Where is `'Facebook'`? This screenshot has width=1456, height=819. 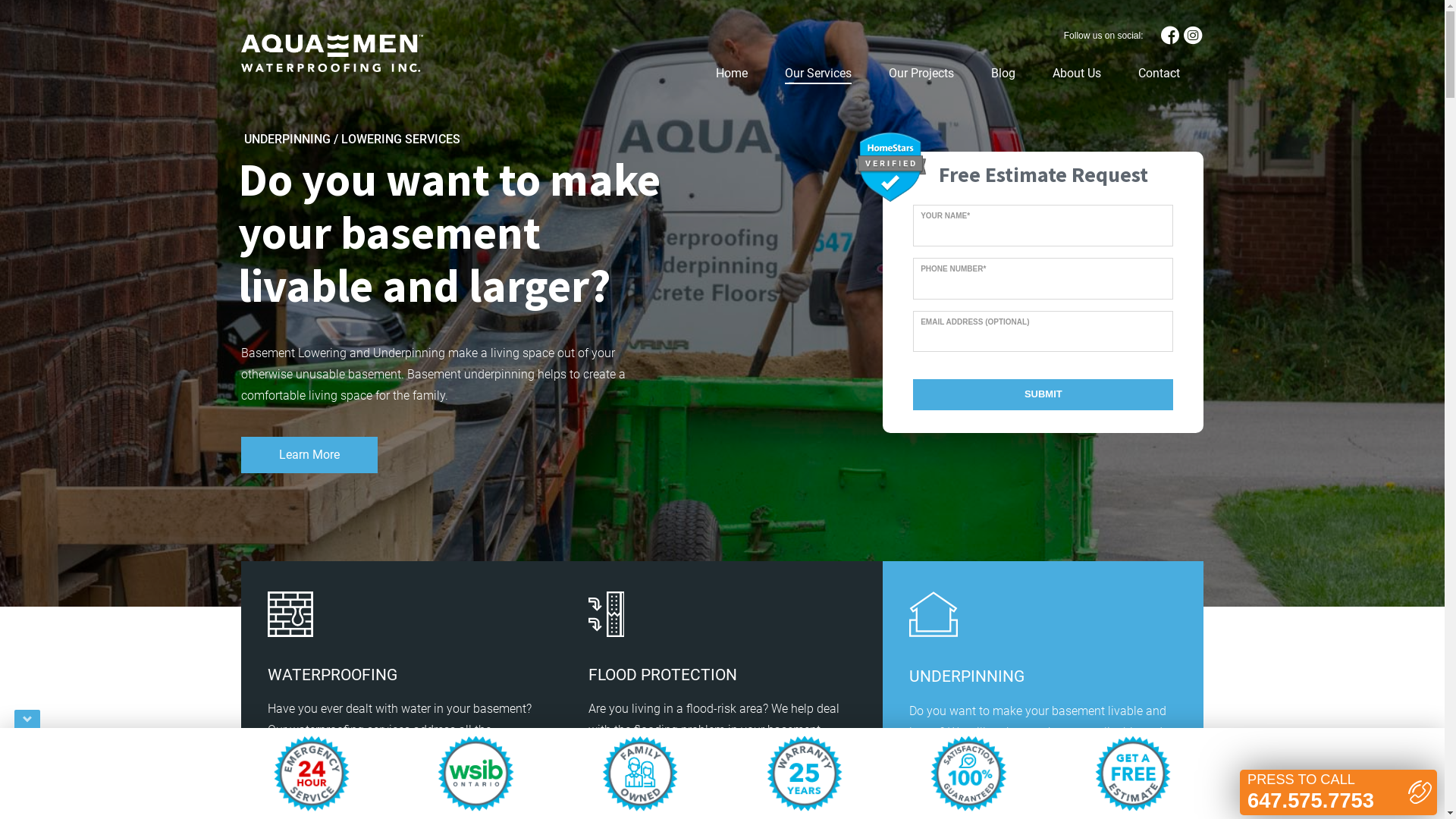
'Facebook' is located at coordinates (1169, 34).